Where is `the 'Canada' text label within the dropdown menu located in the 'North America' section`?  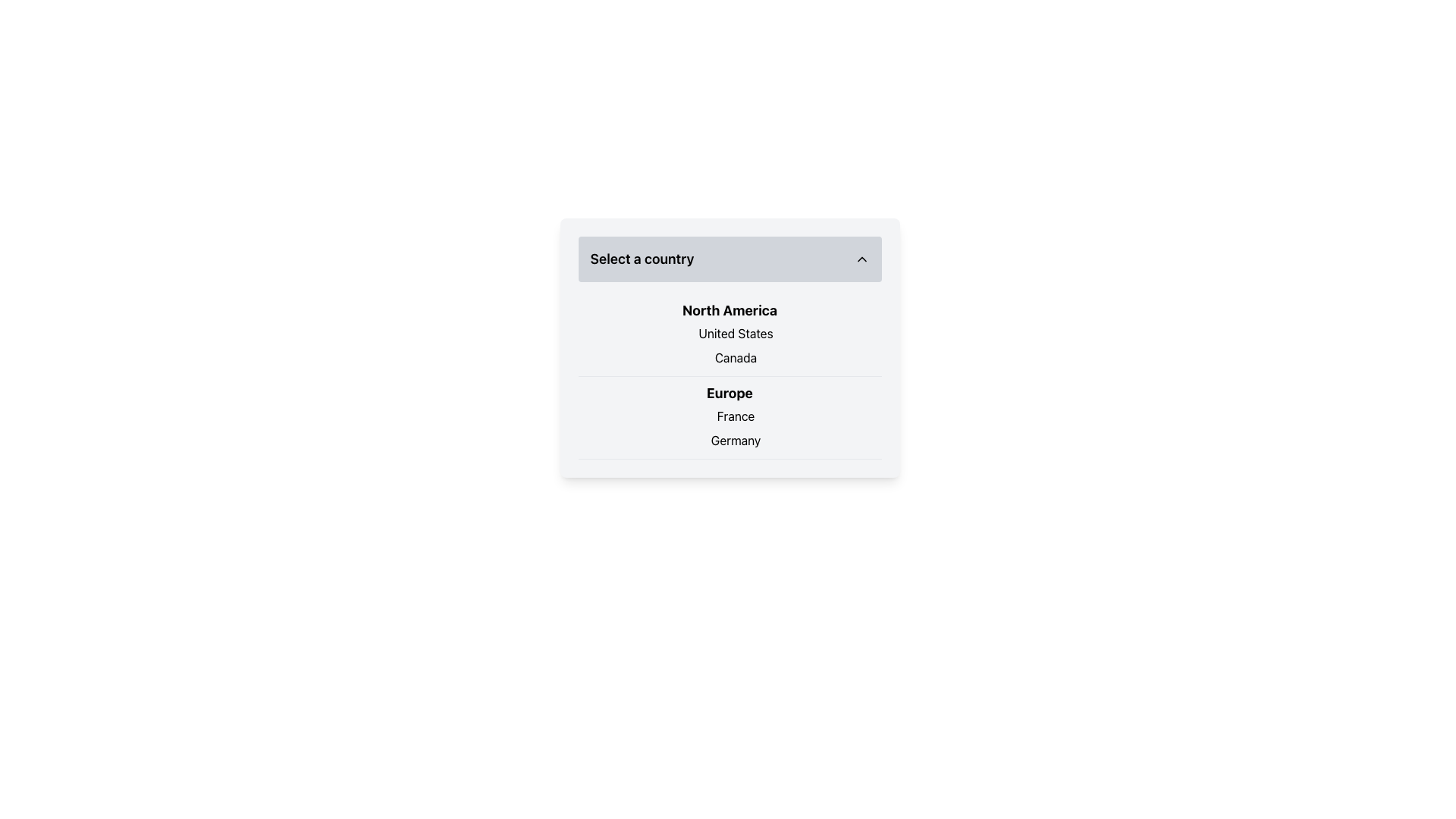
the 'Canada' text label within the dropdown menu located in the 'North America' section is located at coordinates (730, 357).